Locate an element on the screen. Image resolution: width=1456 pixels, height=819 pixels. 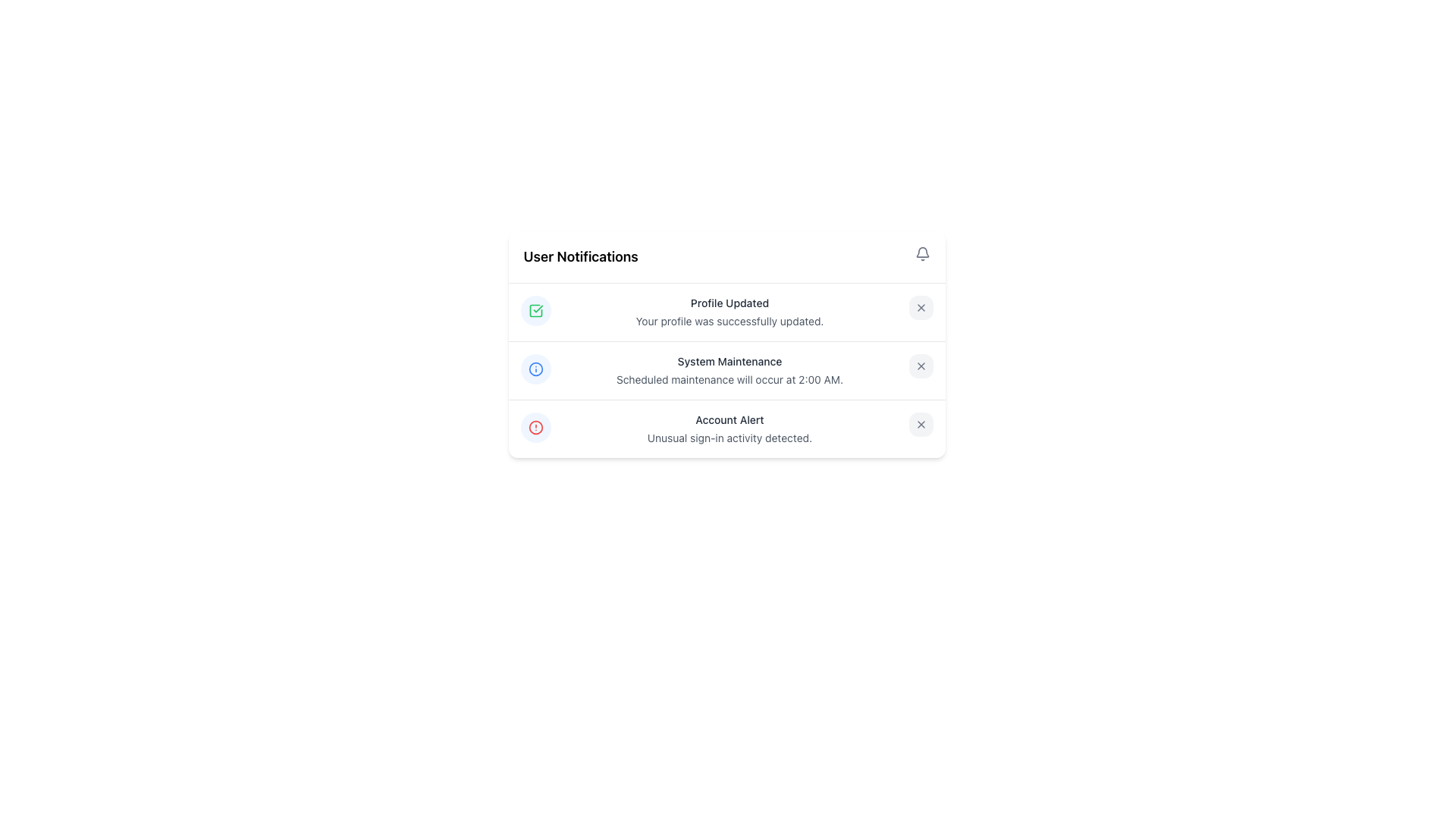
text label that displays 'Unusual sign-in activity detected.' which is styled in a small font size and light gray color, located below the 'Account Alert' text is located at coordinates (730, 438).